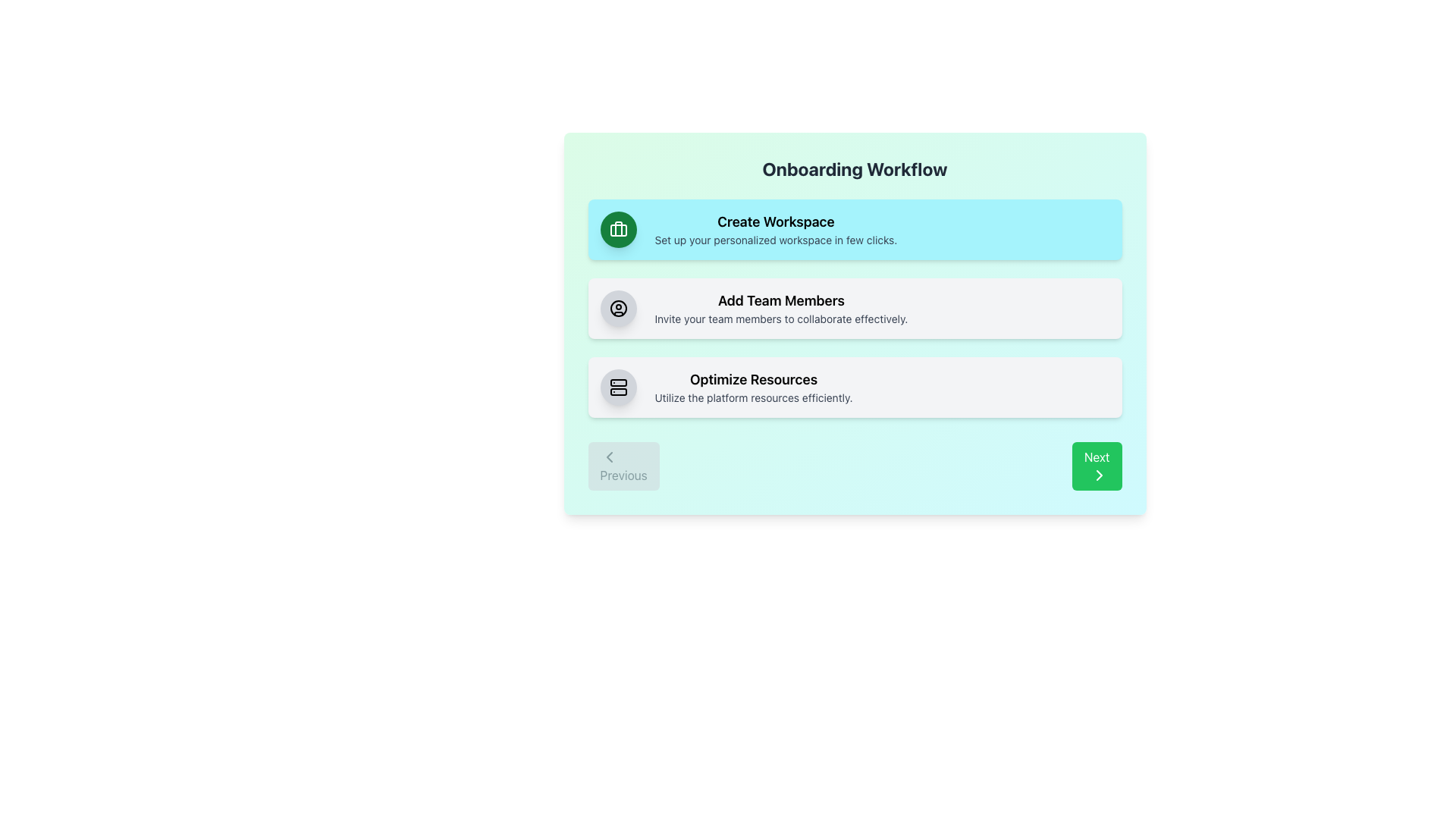 The height and width of the screenshot is (819, 1456). Describe the element at coordinates (618, 382) in the screenshot. I see `the topmost rectangular section of the server icon, which serves as a decorative graphic element` at that location.